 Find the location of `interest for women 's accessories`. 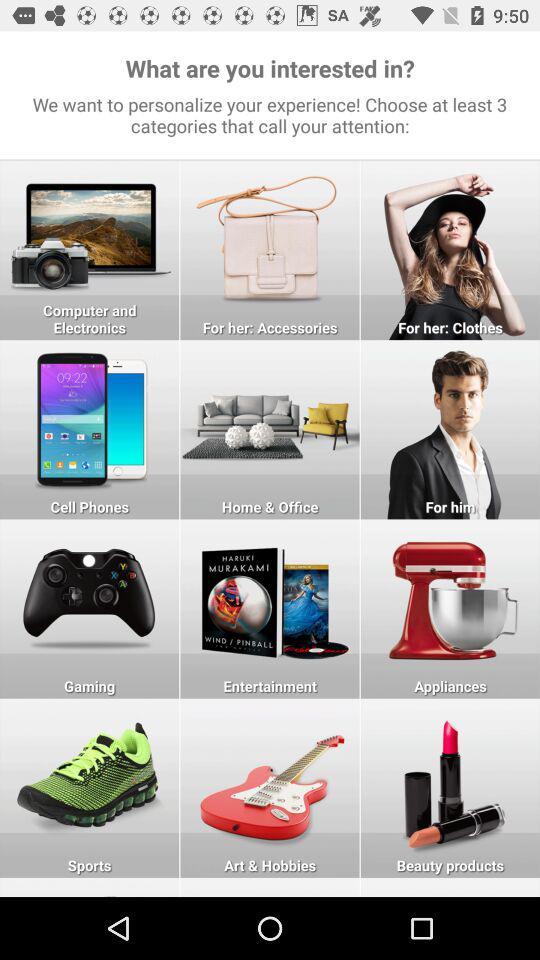

interest for women 's accessories is located at coordinates (270, 249).